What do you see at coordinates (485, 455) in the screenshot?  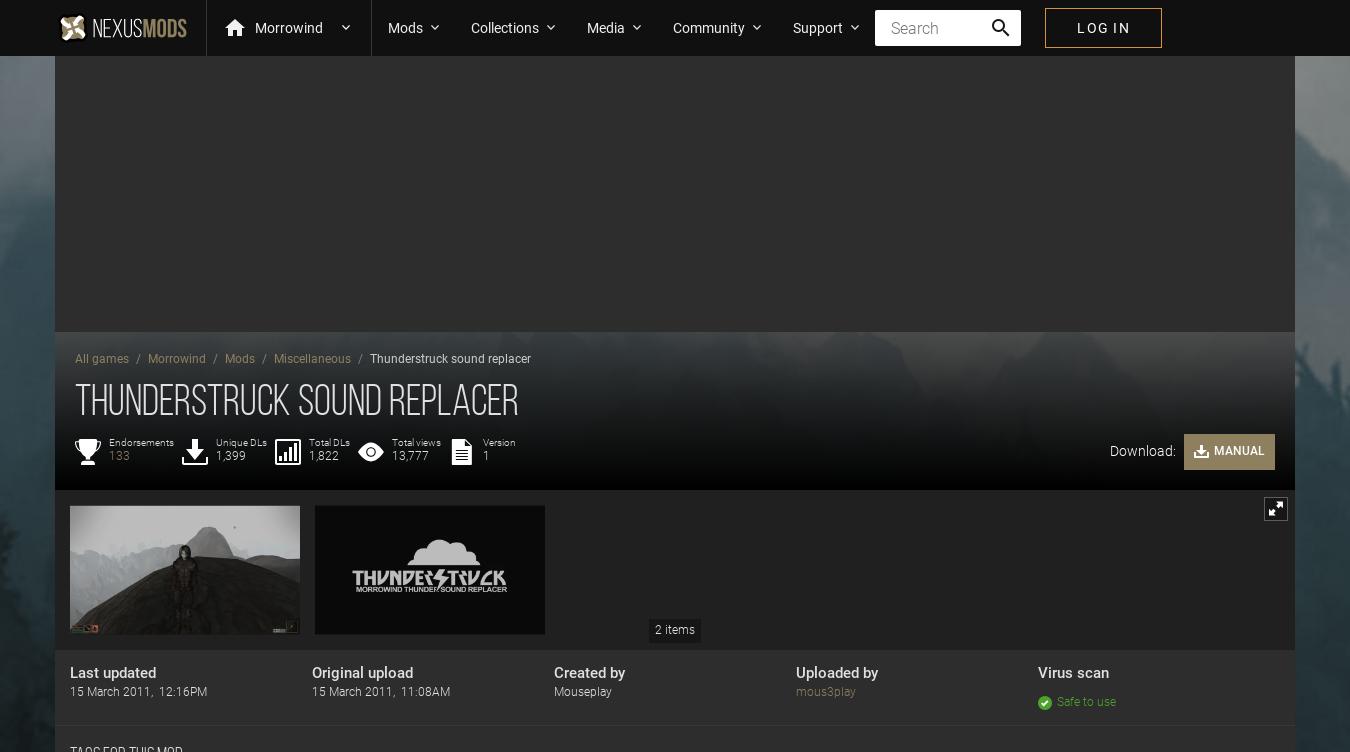 I see `'1'` at bounding box center [485, 455].